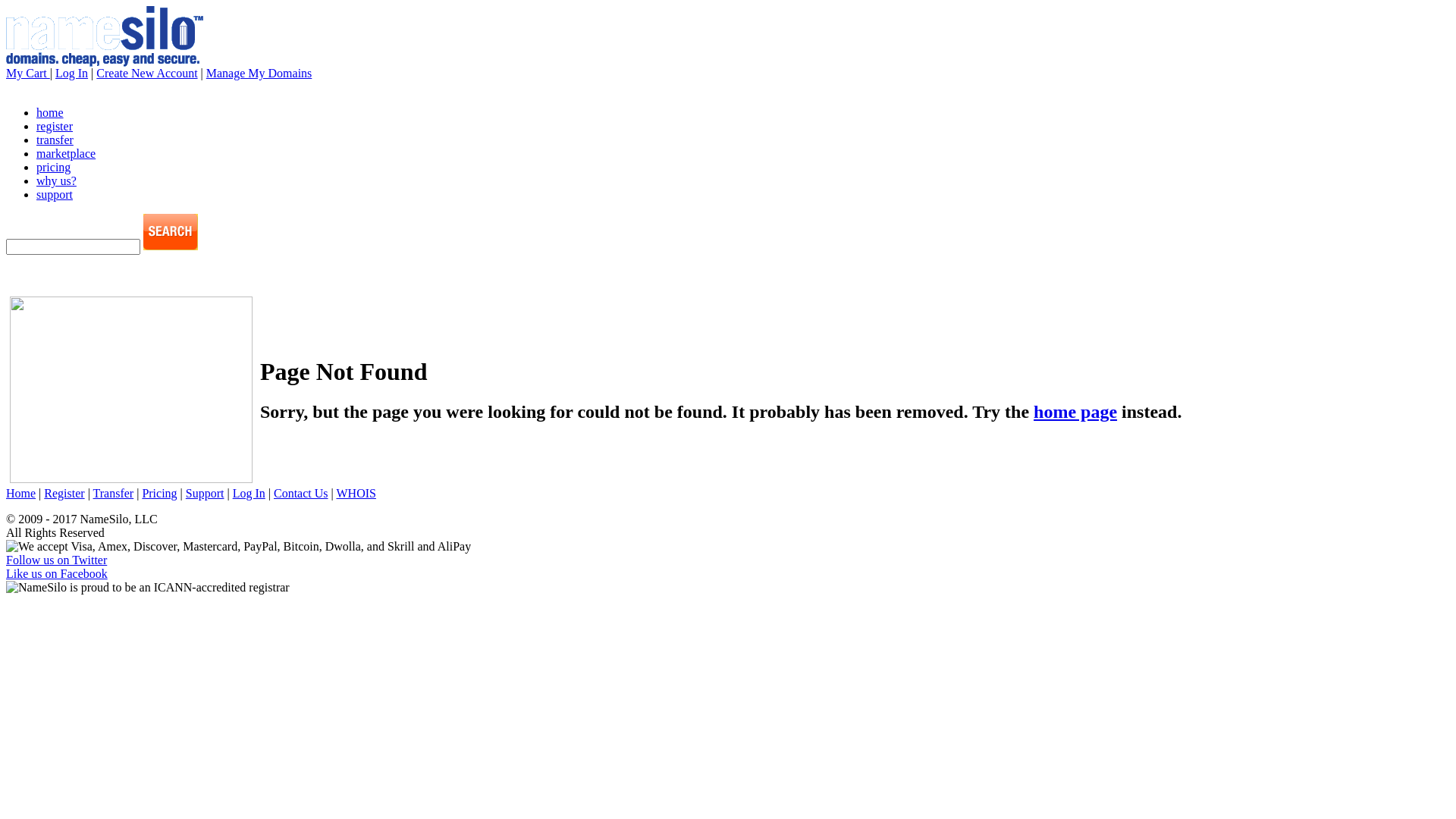 The height and width of the screenshot is (819, 1456). Describe the element at coordinates (56, 560) in the screenshot. I see `'Follow us on Twitter'` at that location.